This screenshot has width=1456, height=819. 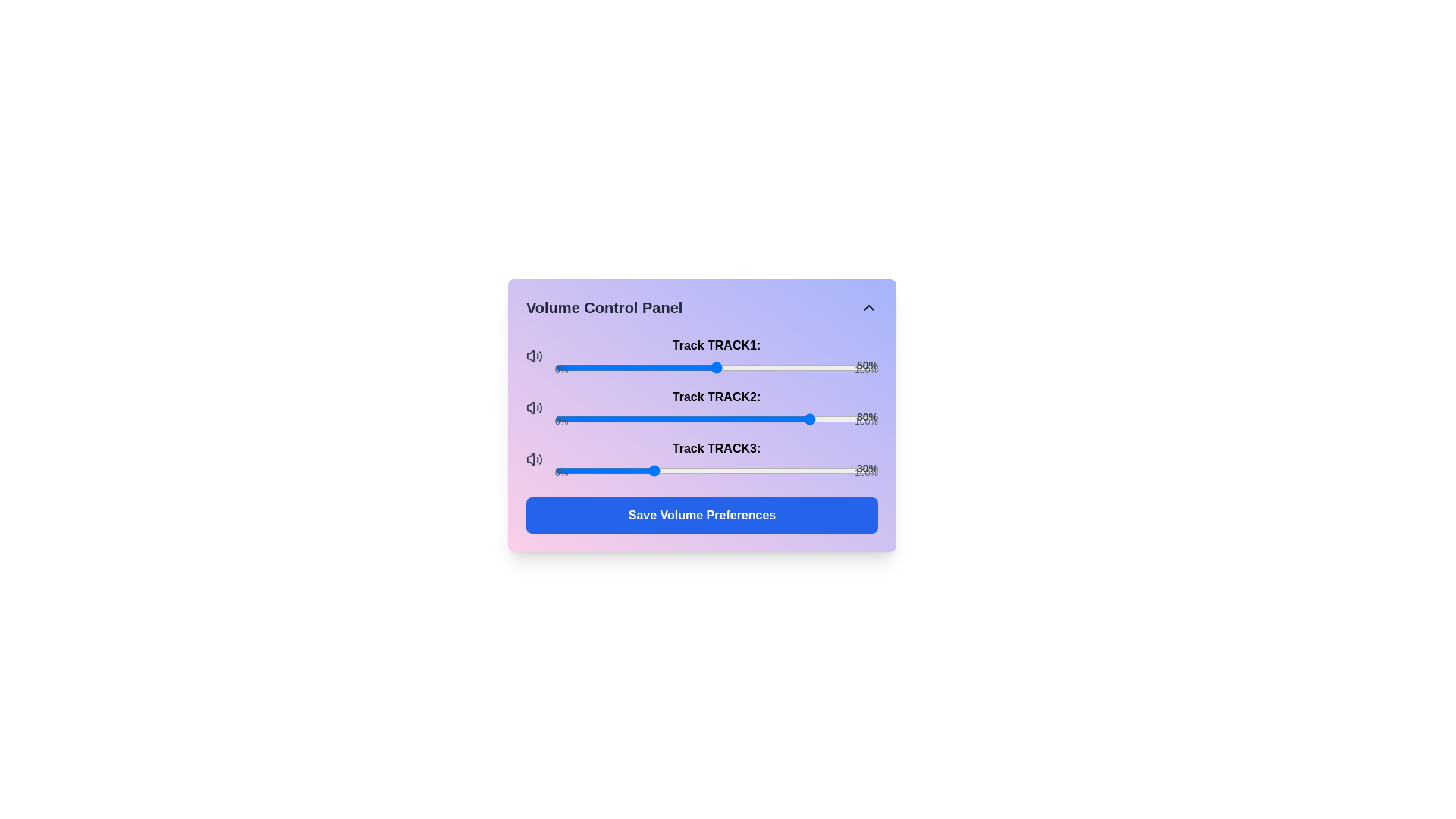 I want to click on the volume of 'Track TRACK1', so click(x=809, y=368).